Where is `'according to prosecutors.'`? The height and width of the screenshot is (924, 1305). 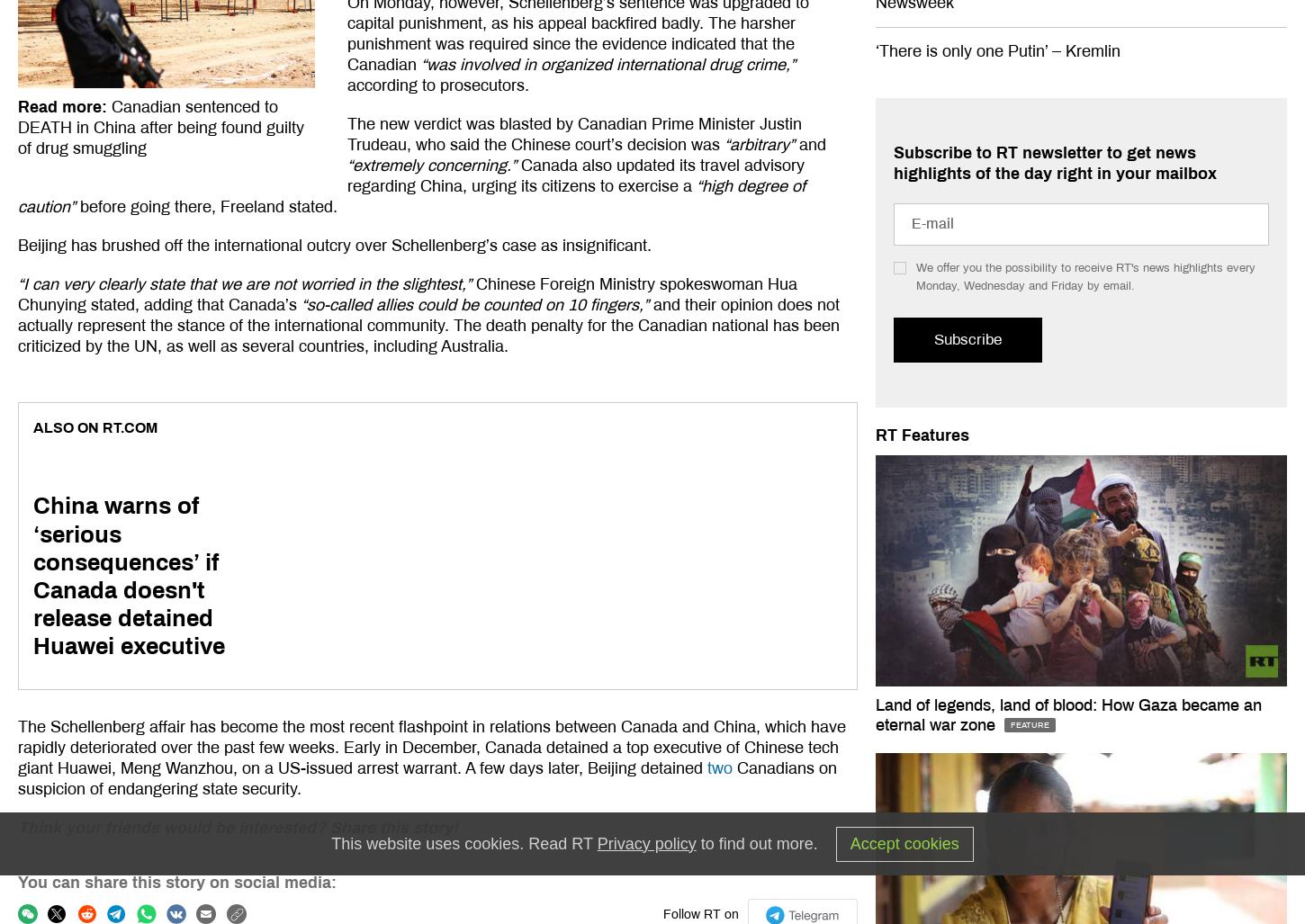 'according to prosecutors.' is located at coordinates (438, 84).